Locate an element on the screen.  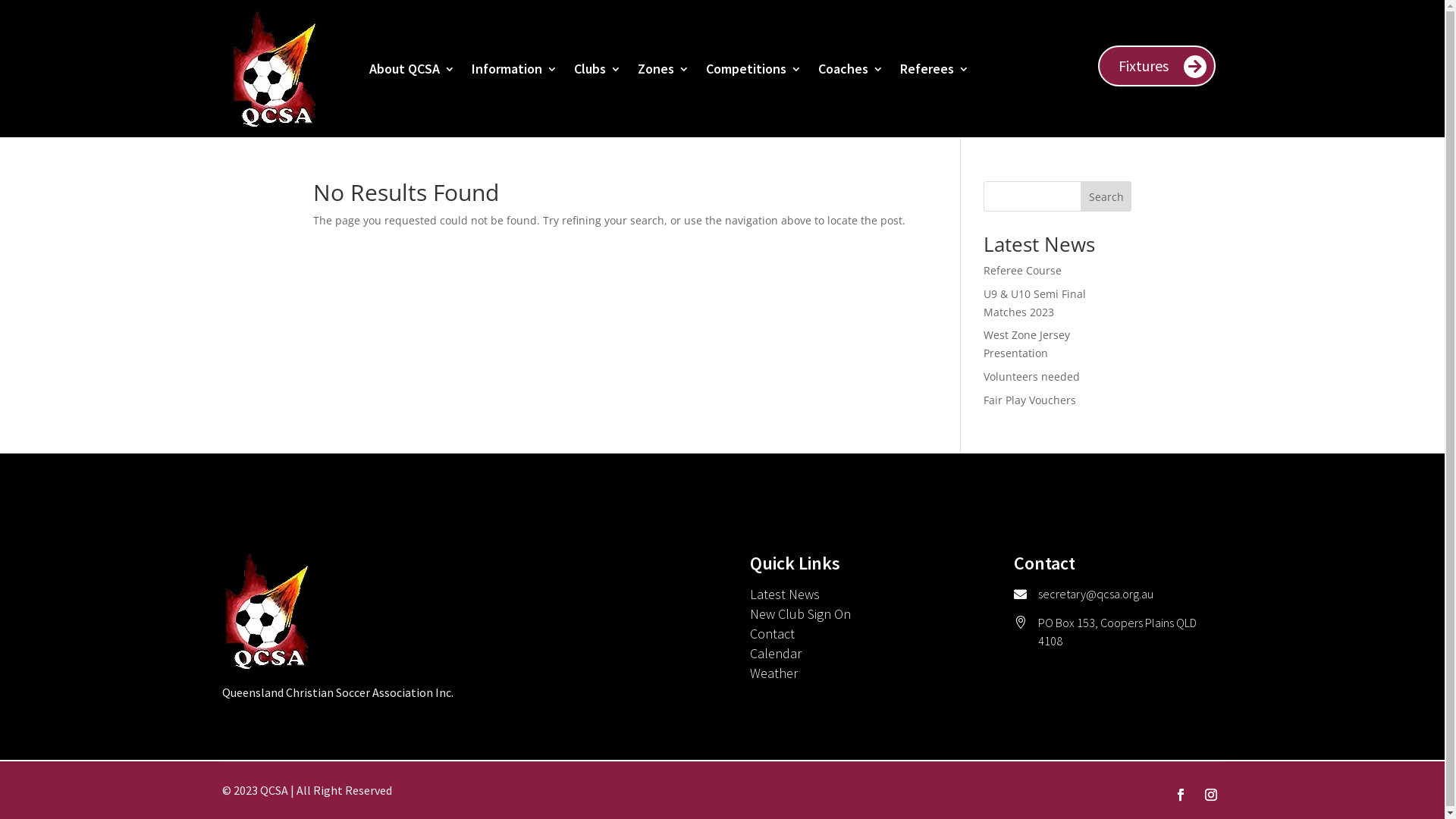
'secretary@qcsa.org.au' is located at coordinates (1037, 593).